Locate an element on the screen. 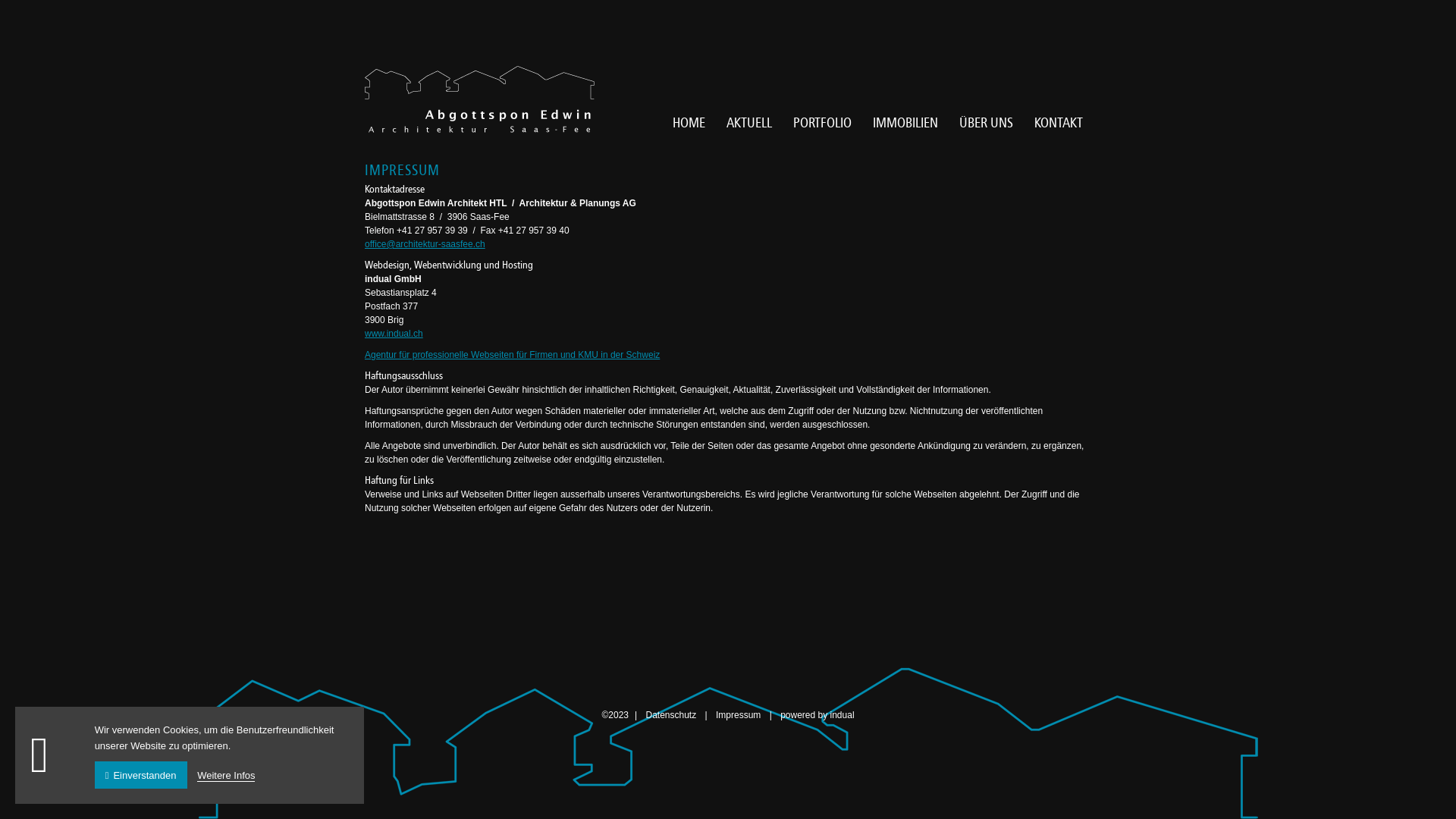 The width and height of the screenshot is (1456, 819). 'AKTUELL' is located at coordinates (749, 121).